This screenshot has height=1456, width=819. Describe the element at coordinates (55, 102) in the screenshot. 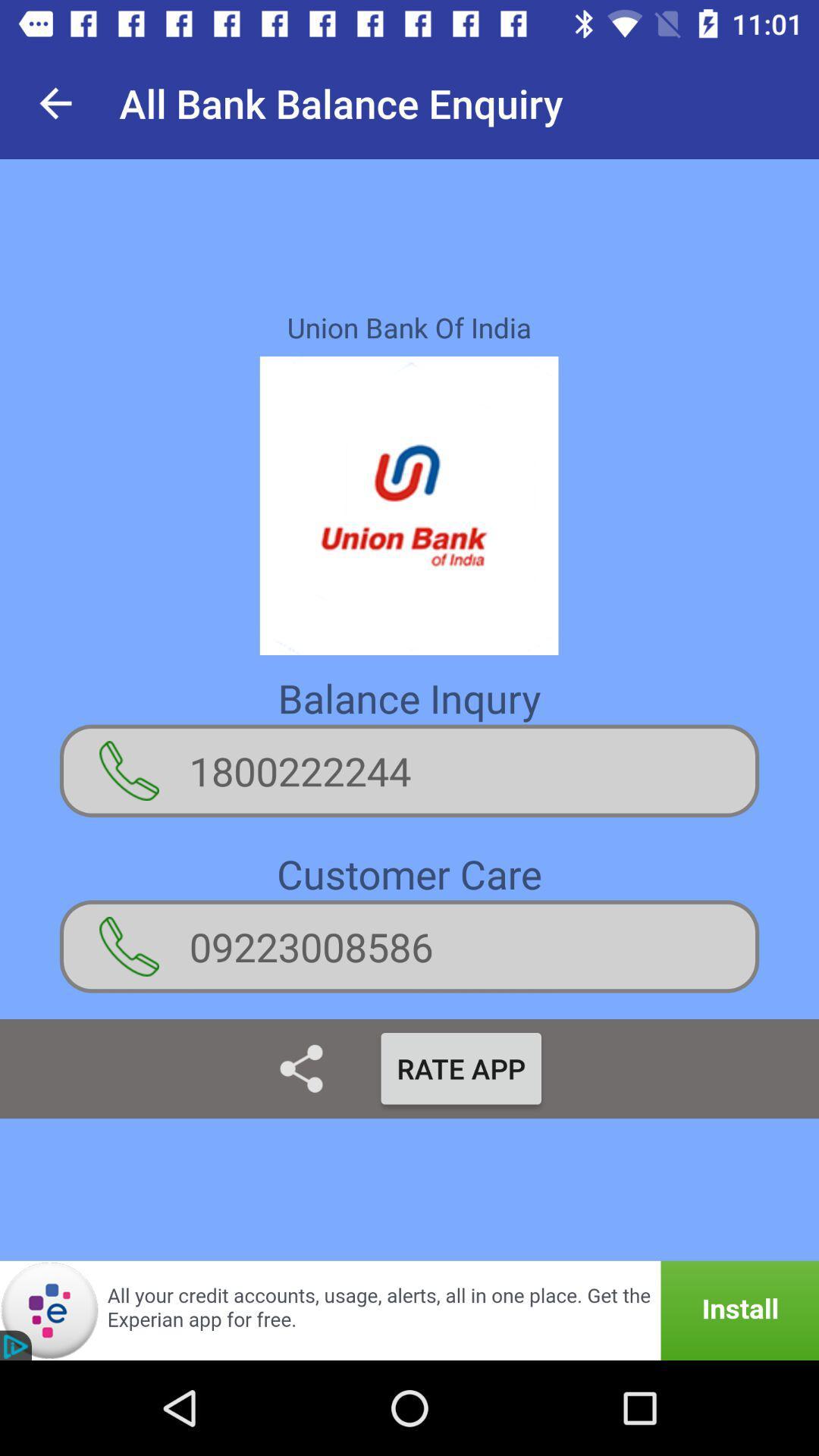

I see `icon at the top left corner` at that location.